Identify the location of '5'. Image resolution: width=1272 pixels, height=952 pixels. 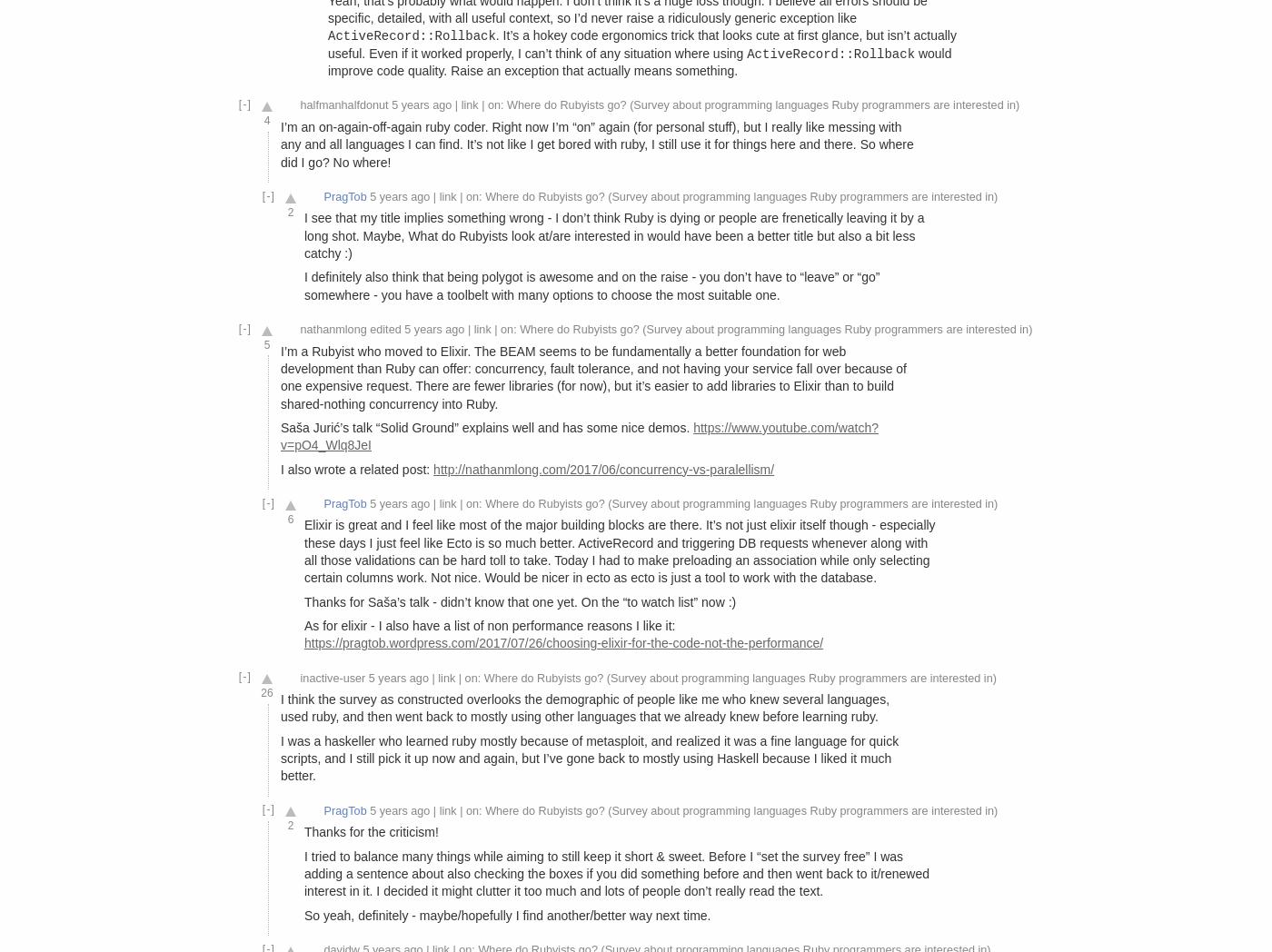
(266, 342).